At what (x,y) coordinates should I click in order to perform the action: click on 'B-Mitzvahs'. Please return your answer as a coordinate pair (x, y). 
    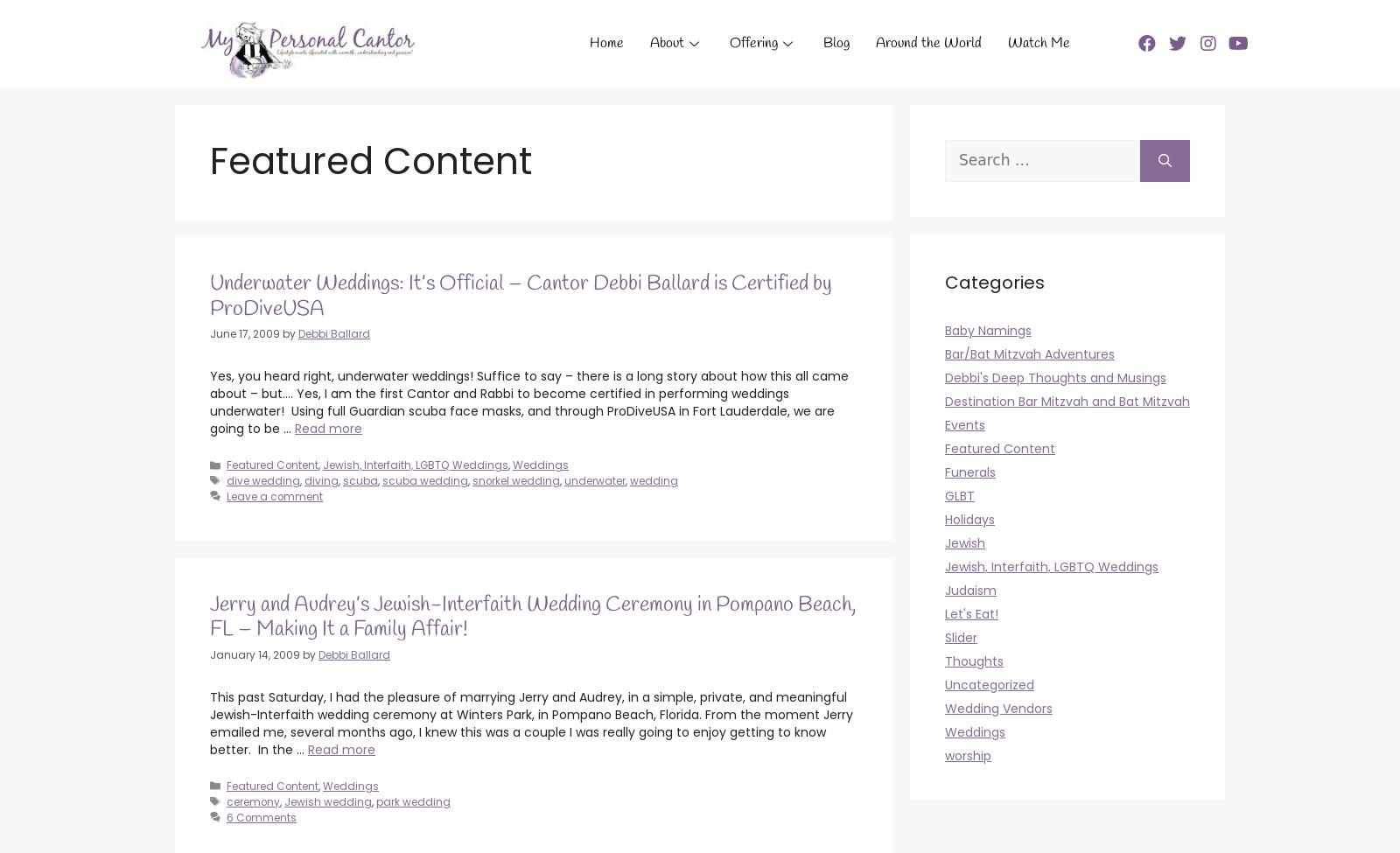
    Looking at the image, I should click on (676, 91).